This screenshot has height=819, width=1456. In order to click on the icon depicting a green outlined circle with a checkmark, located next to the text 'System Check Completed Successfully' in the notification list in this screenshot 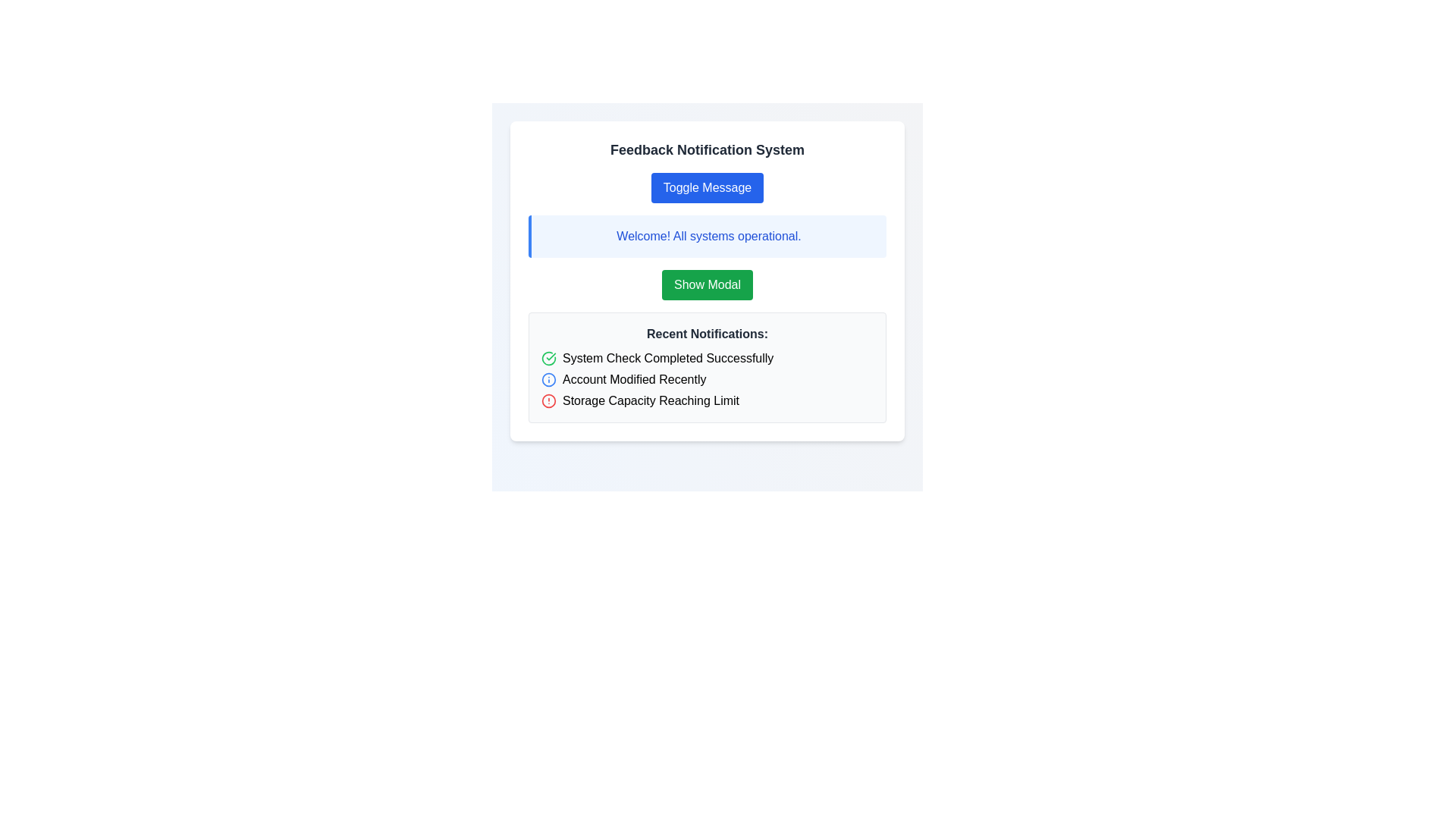, I will do `click(548, 359)`.